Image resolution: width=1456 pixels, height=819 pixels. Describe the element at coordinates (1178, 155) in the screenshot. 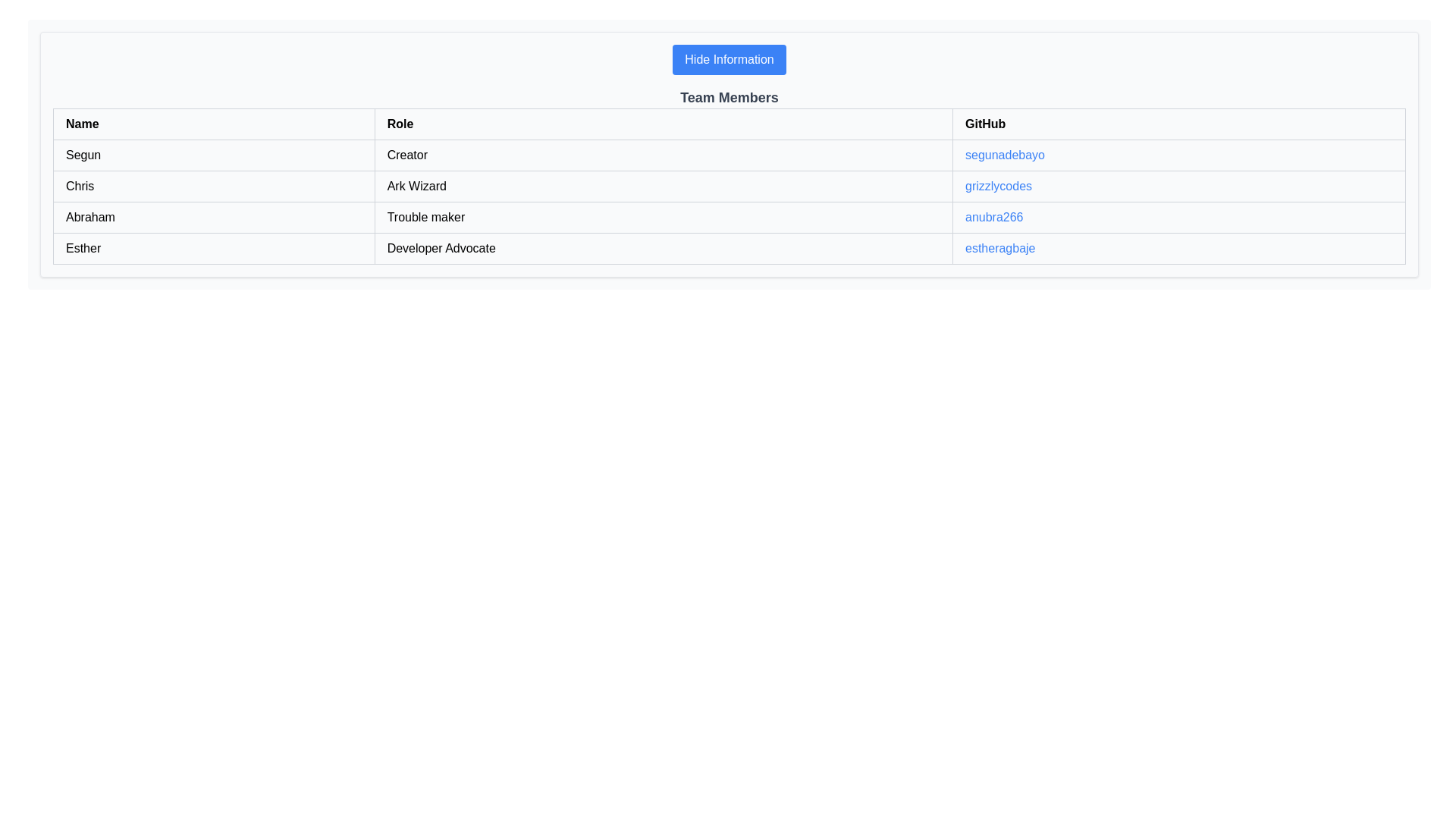

I see `the hyperlink in the 'GitHub' column for the individual named 'Segun'` at that location.